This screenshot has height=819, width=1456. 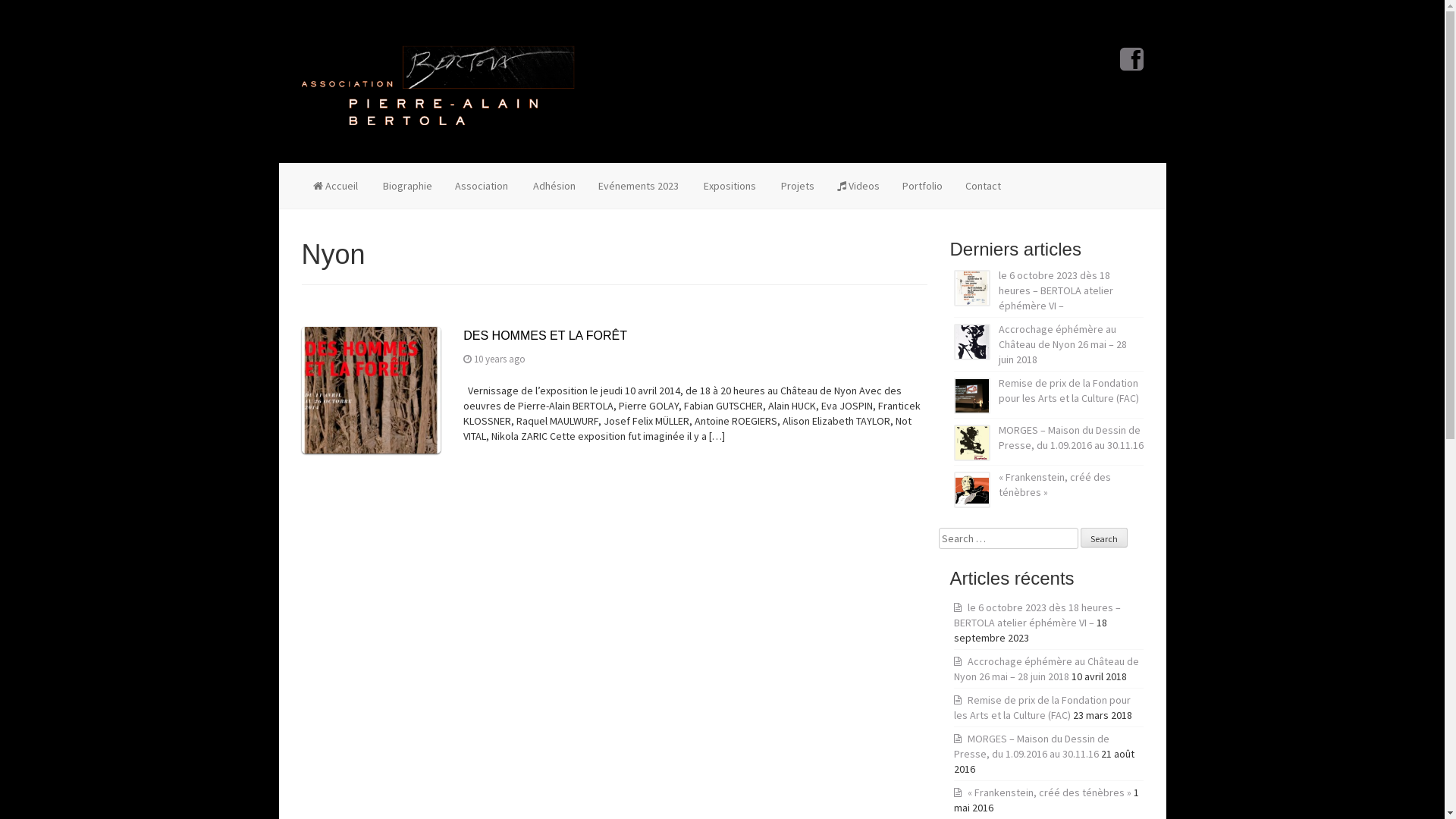 What do you see at coordinates (437, 85) in the screenshot?
I see `'Association Pierre-Alain Bertola'` at bounding box center [437, 85].